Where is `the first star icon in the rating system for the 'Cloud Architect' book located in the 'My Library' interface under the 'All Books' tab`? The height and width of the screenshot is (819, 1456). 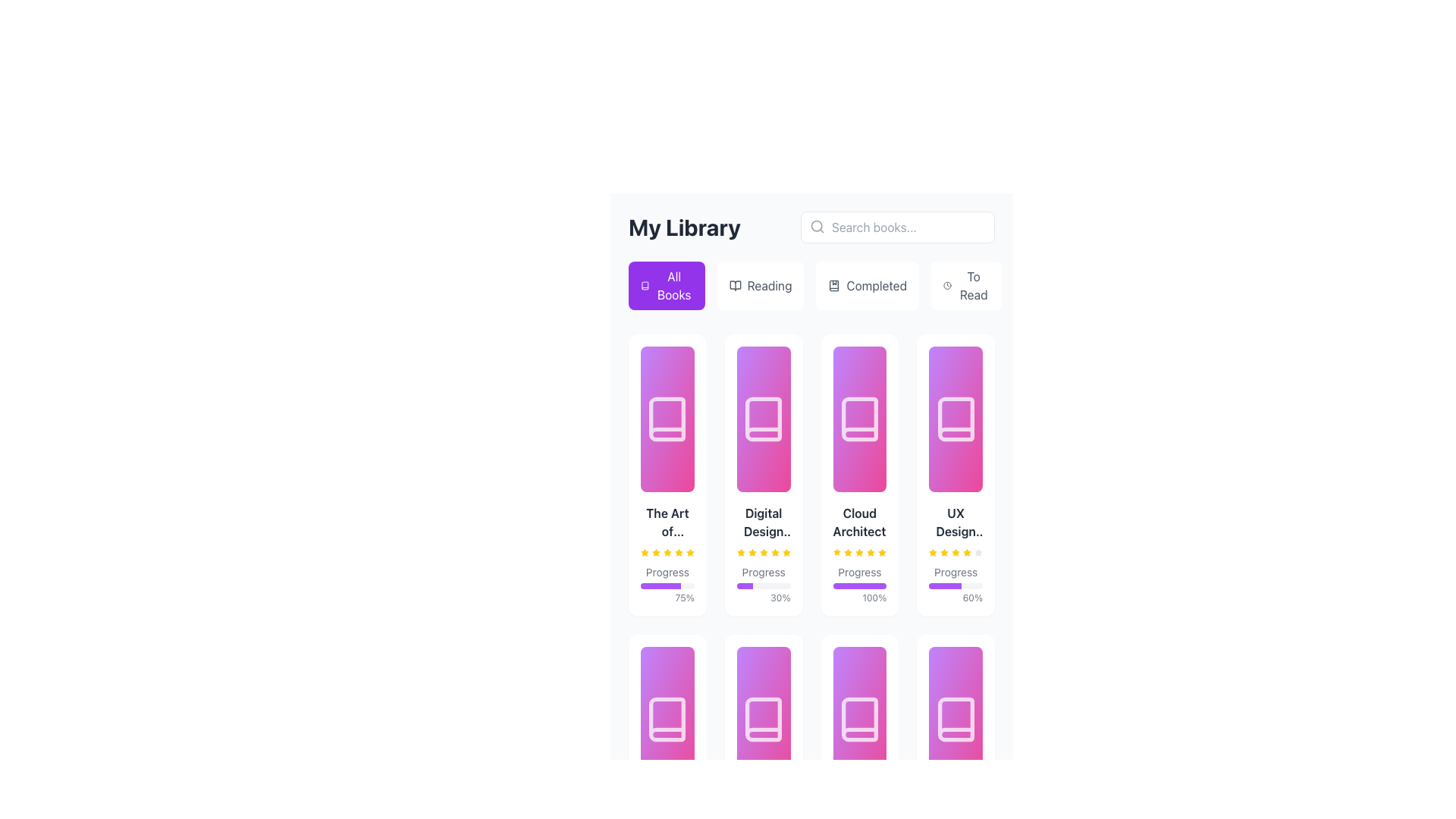
the first star icon in the rating system for the 'Cloud Architect' book located in the 'My Library' interface under the 'All Books' tab is located at coordinates (836, 553).